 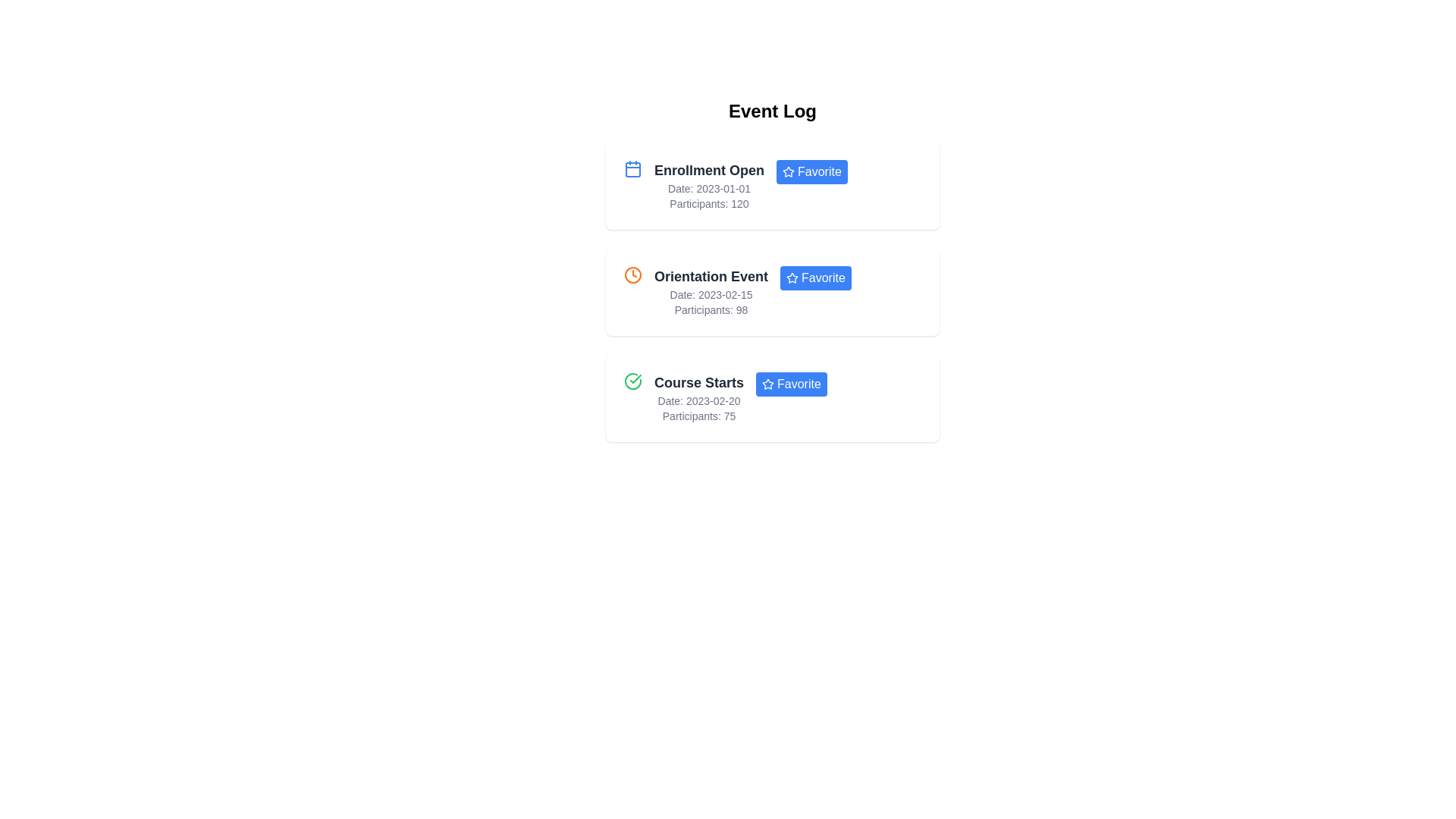 What do you see at coordinates (633, 169) in the screenshot?
I see `the SVG shape representing the day section in the calendar icon, which is centrally located within the icon to the left of the 'Enrollment Open' text in the first event item` at bounding box center [633, 169].